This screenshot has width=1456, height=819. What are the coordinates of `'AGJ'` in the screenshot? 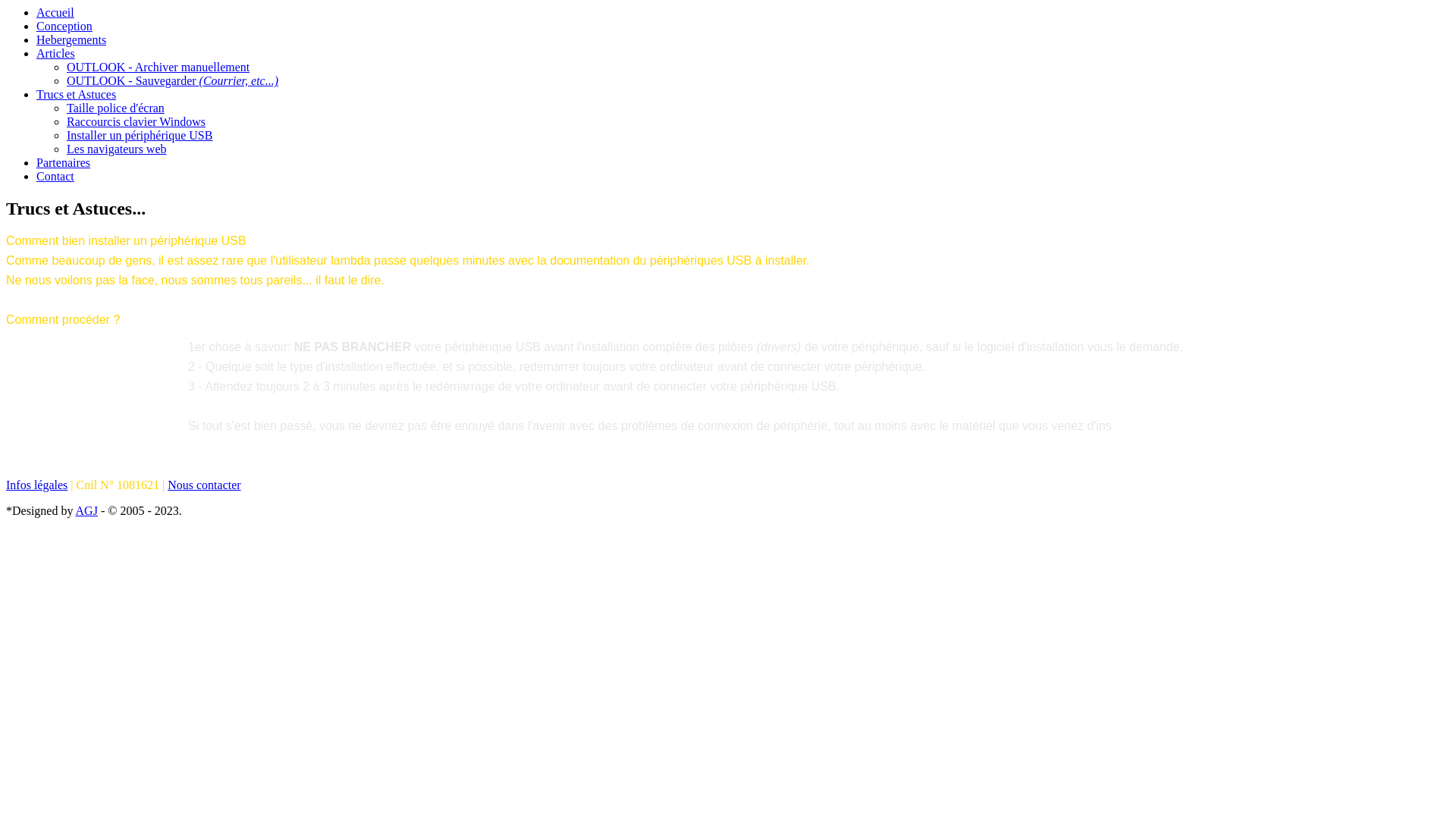 It's located at (86, 510).